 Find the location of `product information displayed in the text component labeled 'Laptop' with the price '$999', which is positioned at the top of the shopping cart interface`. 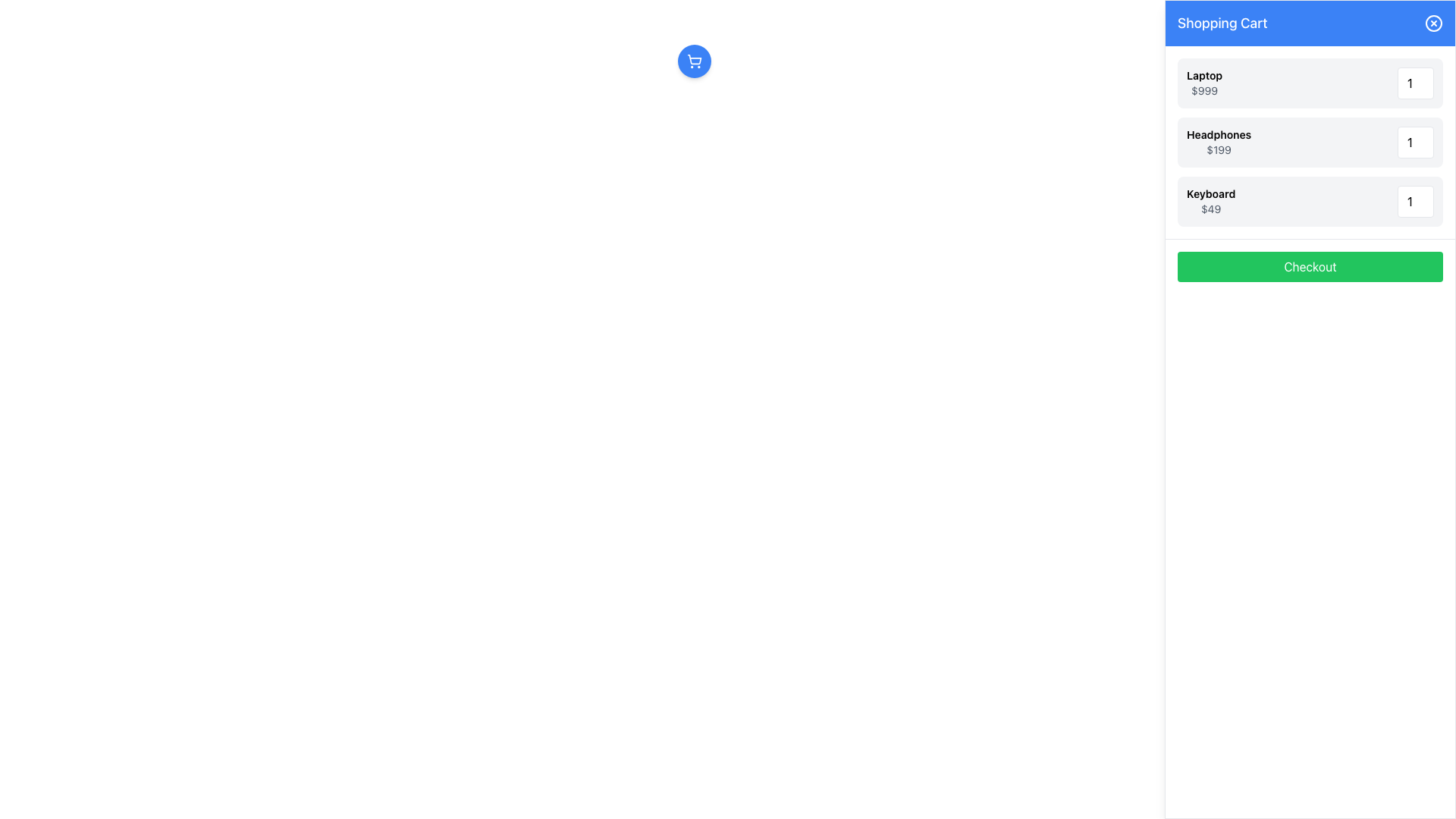

product information displayed in the text component labeled 'Laptop' with the price '$999', which is positioned at the top of the shopping cart interface is located at coordinates (1203, 83).